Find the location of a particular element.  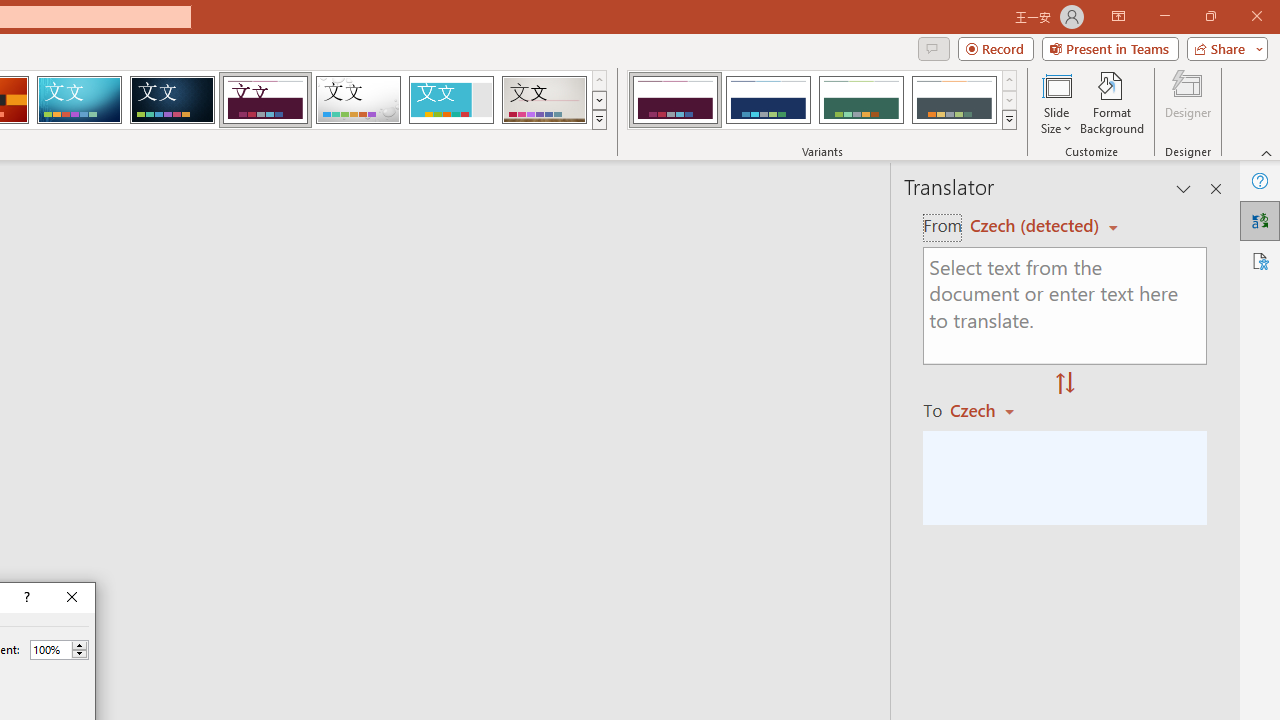

'Circuit' is located at coordinates (79, 100).